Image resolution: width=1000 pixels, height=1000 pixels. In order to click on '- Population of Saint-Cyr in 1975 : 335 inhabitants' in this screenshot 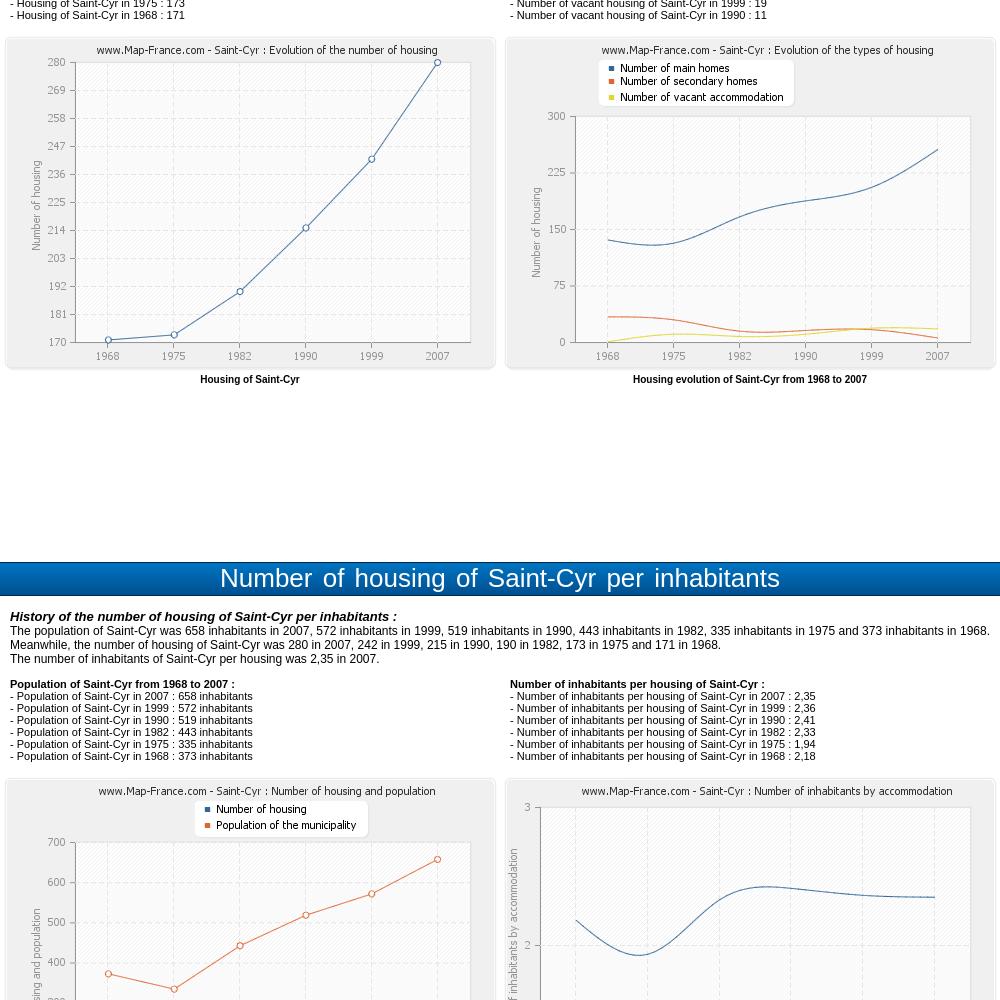, I will do `click(10, 743)`.